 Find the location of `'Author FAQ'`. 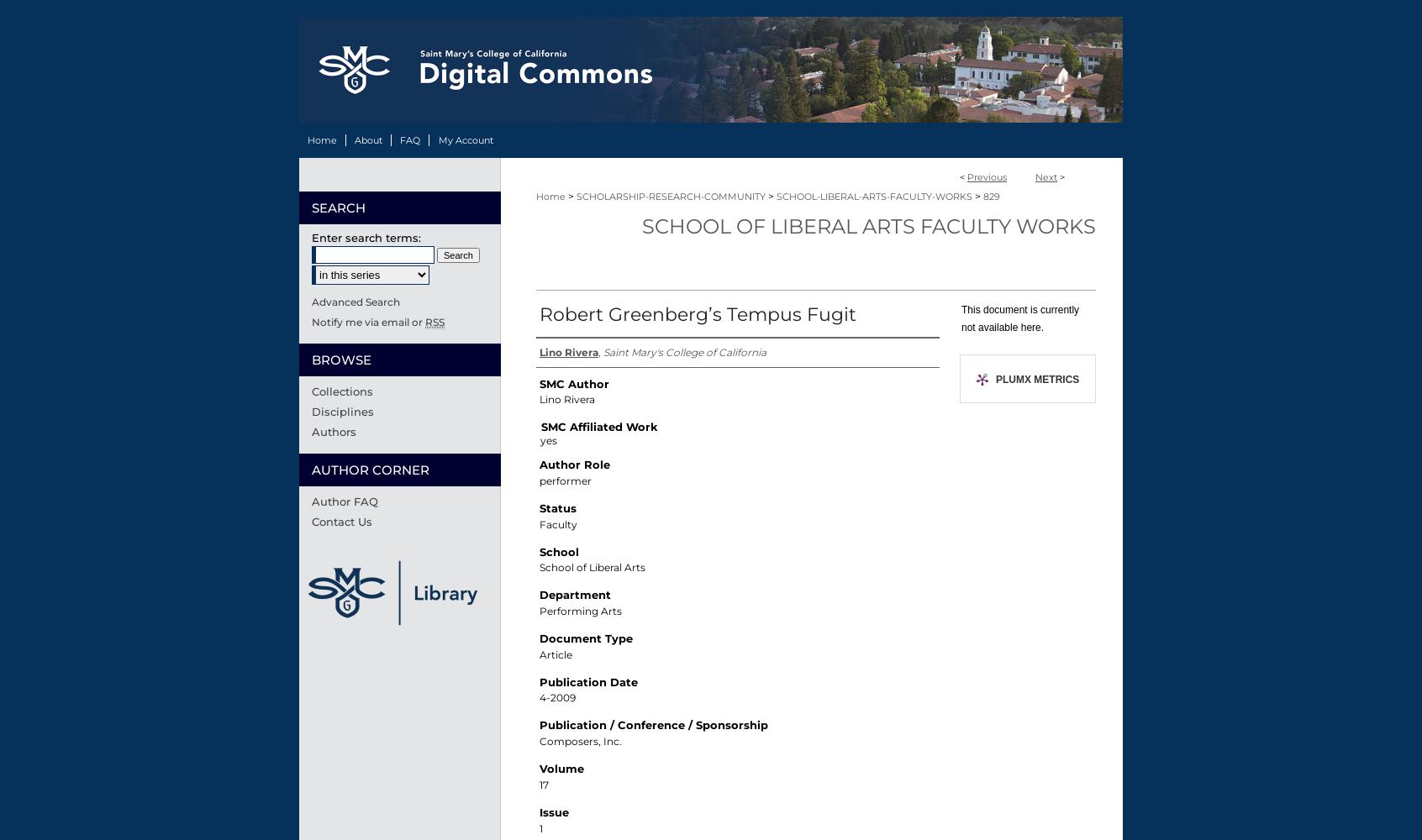

'Author FAQ' is located at coordinates (345, 500).